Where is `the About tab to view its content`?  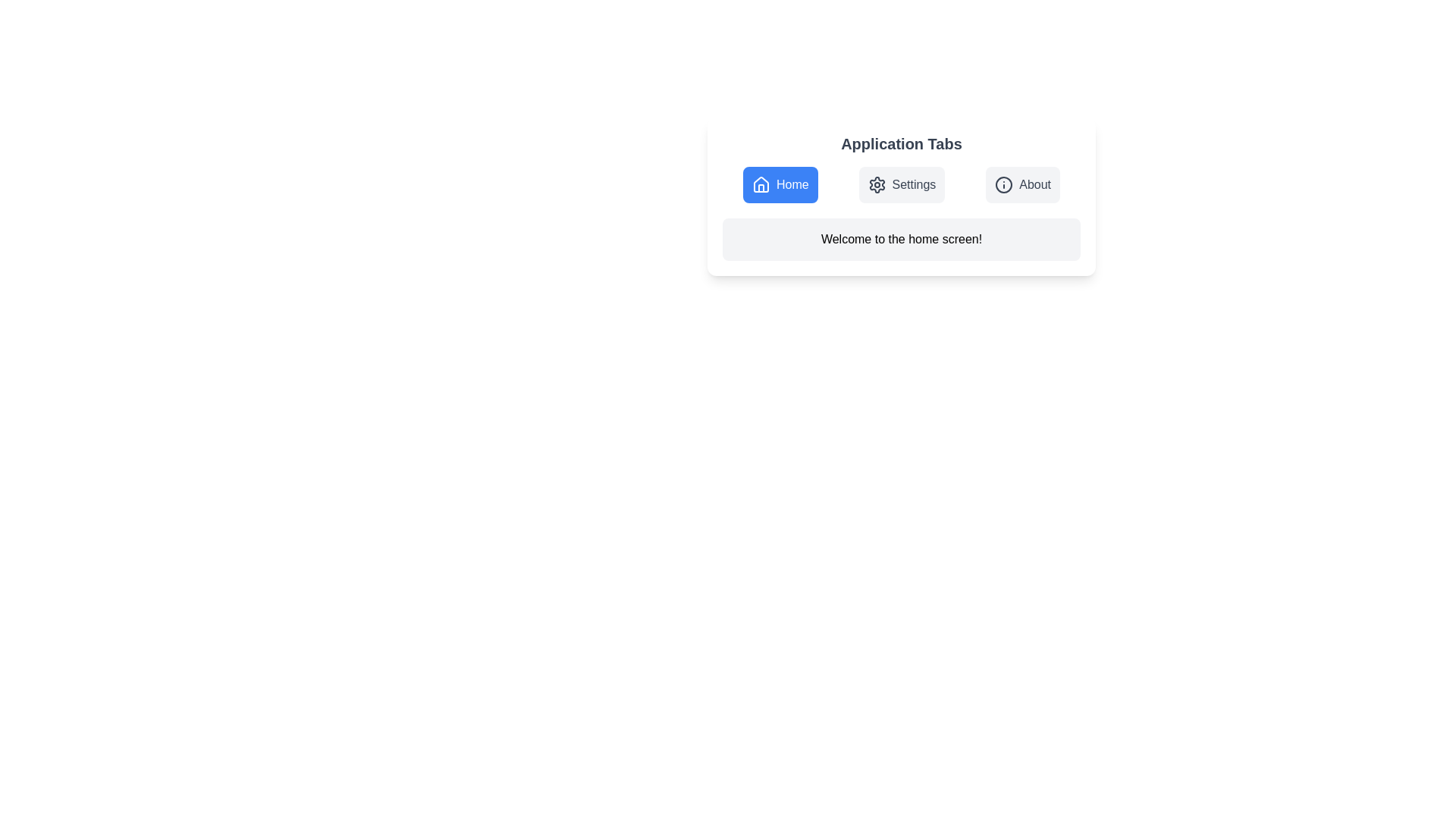 the About tab to view its content is located at coordinates (1022, 184).